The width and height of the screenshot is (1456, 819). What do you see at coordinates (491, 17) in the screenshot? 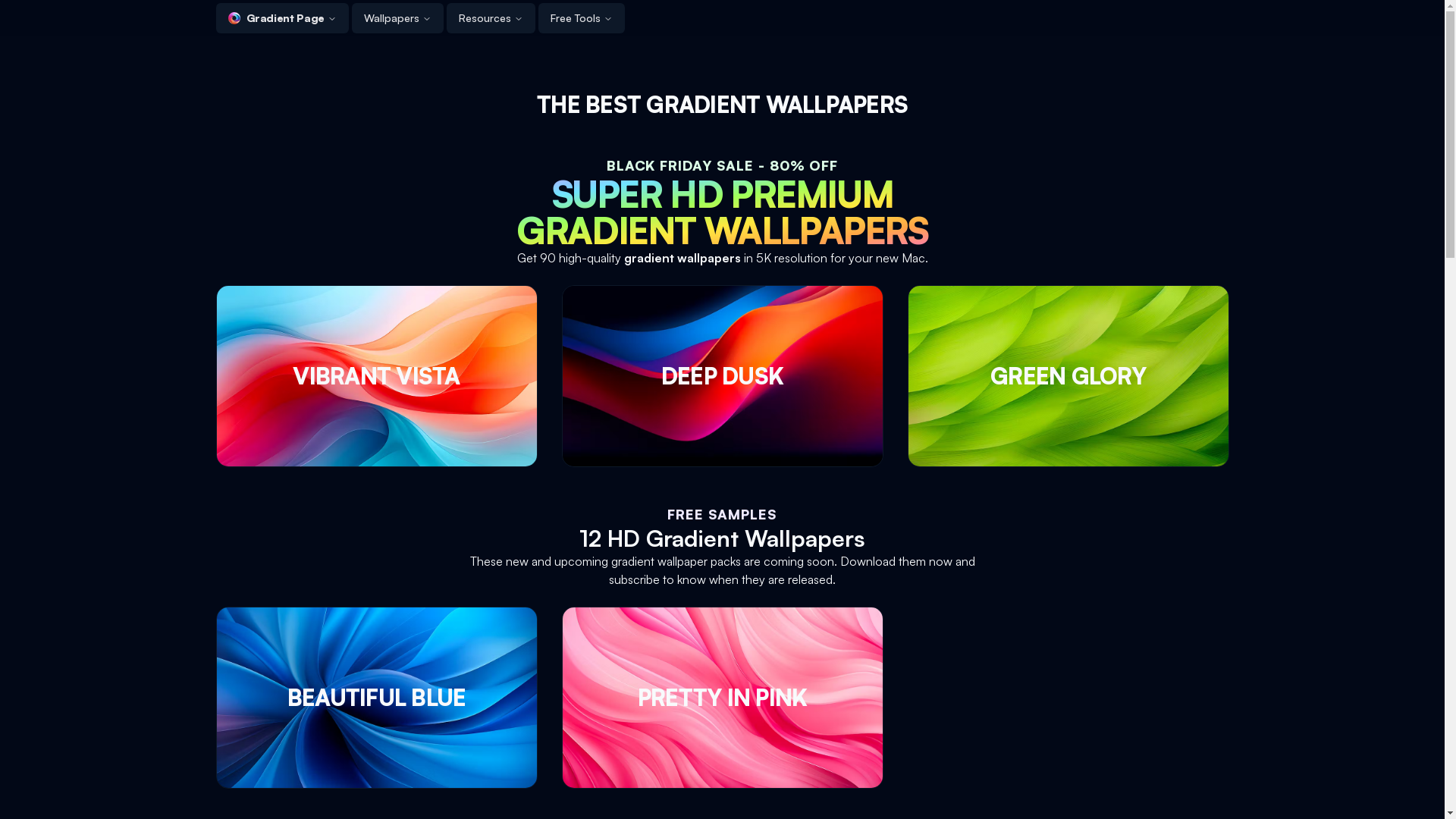
I see `'Resources'` at bounding box center [491, 17].